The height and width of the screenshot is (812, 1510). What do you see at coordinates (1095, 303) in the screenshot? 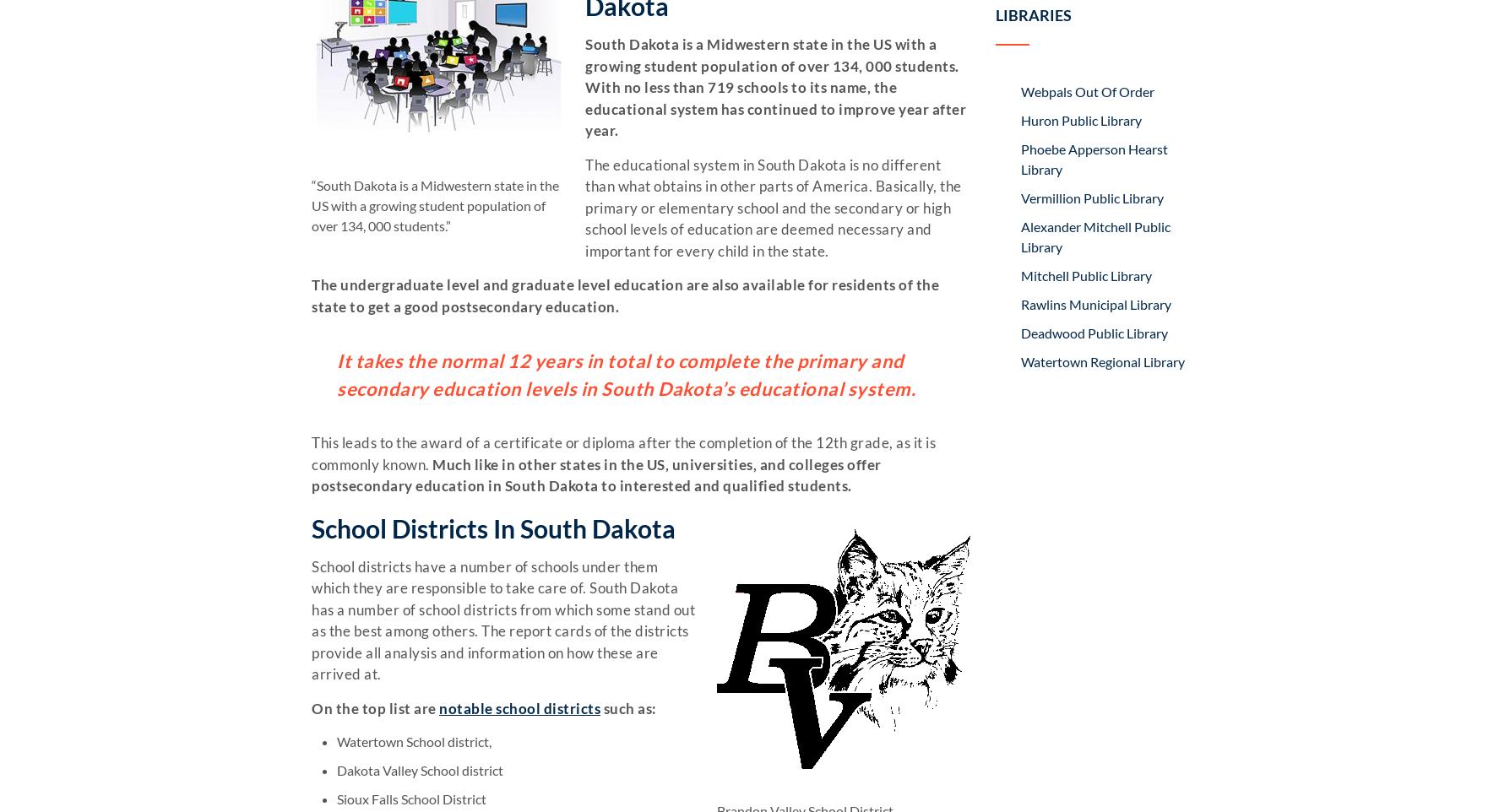
I see `'Rawlins Municipal Library'` at bounding box center [1095, 303].